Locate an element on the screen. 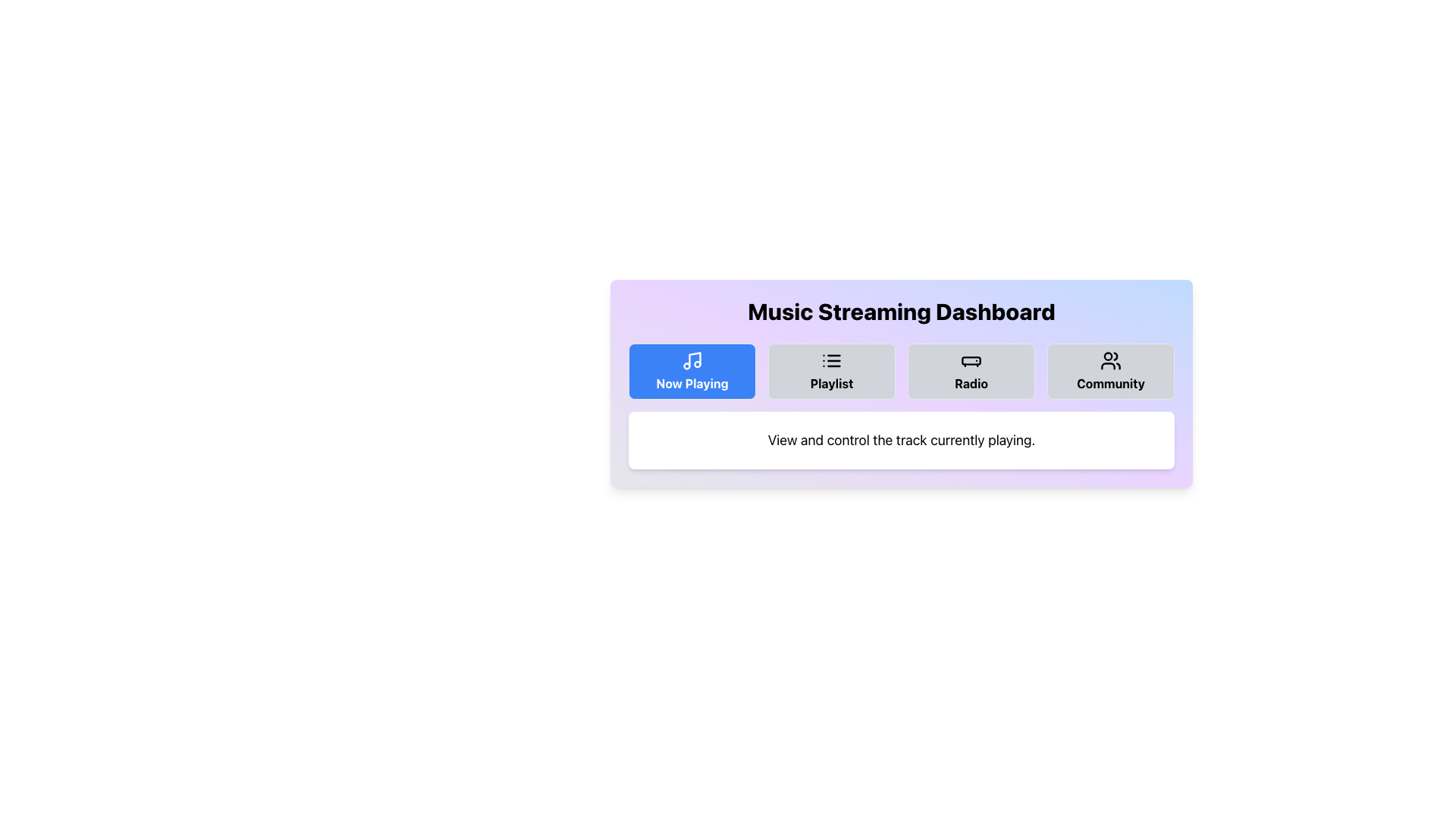  the Circle graphic in the 'Community' menu option, which serves as a status or notification indicator is located at coordinates (1108, 356).